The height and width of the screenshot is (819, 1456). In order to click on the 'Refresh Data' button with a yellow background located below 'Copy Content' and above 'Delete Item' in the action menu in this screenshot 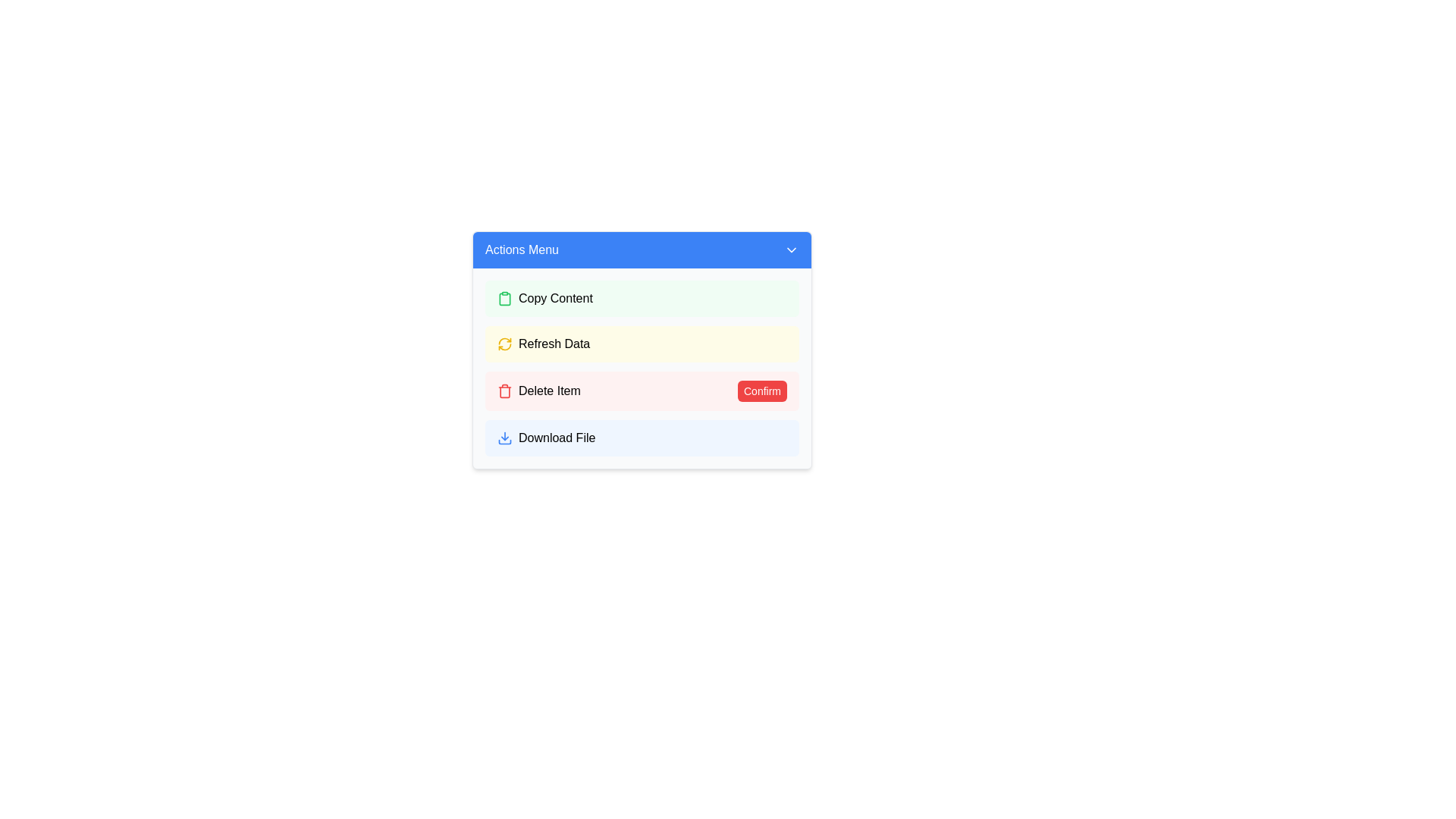, I will do `click(554, 344)`.